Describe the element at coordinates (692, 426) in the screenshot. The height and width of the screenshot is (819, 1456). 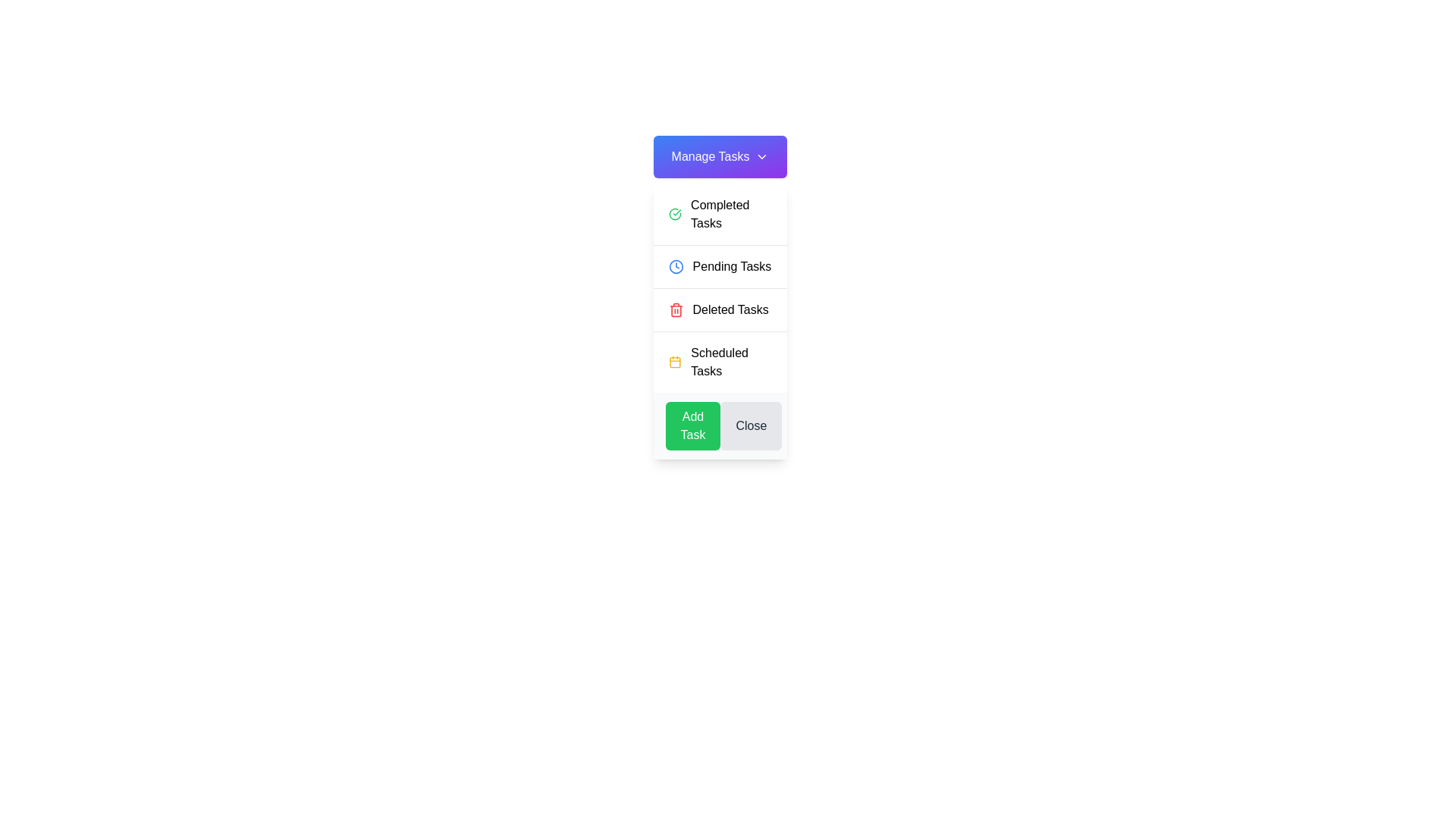
I see `the 'Add Task' button located below the list of tasks in the modal, aligned to the left within a group of two buttons` at that location.